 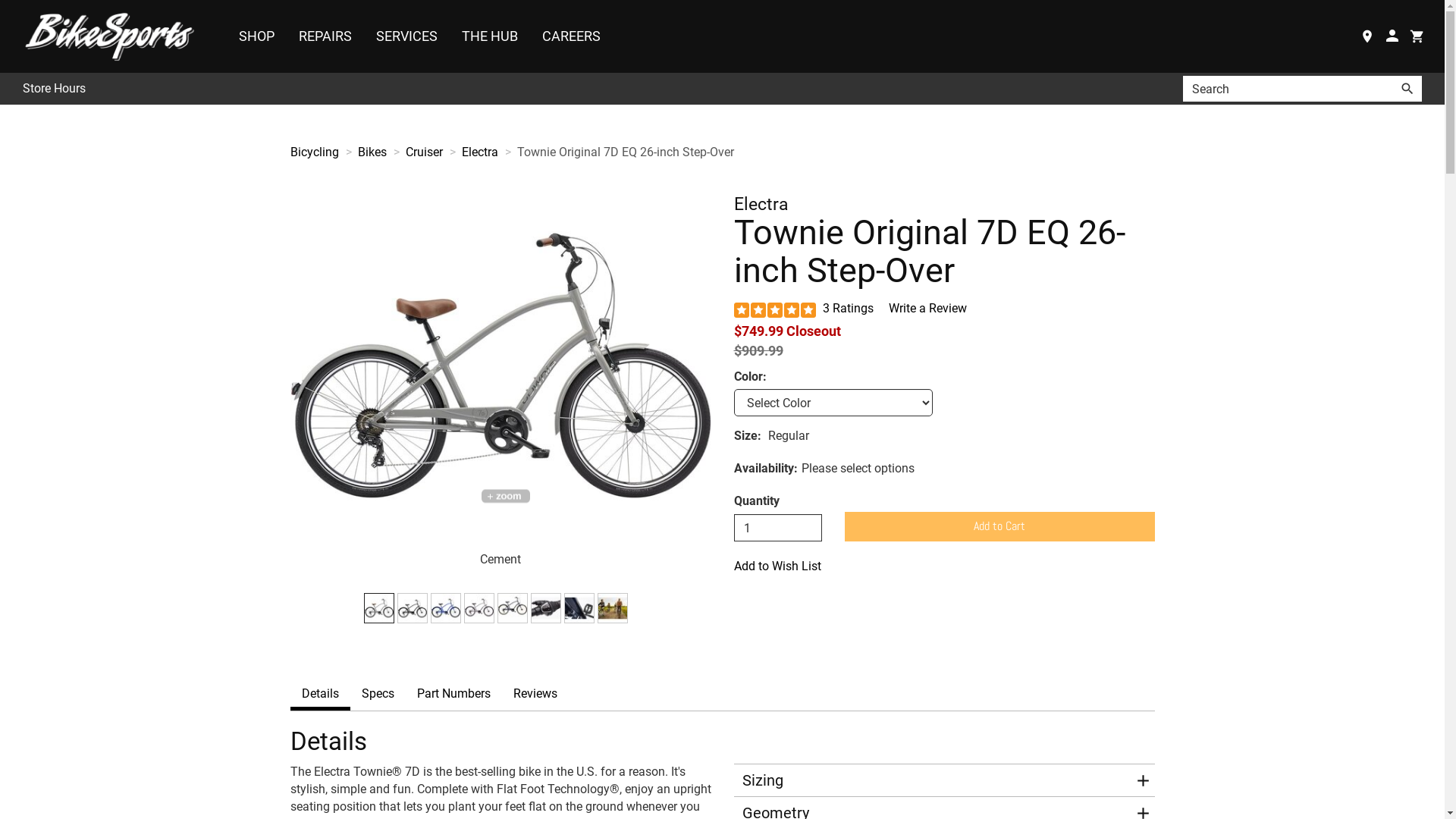 I want to click on 'Store Hours', so click(x=22, y=89).